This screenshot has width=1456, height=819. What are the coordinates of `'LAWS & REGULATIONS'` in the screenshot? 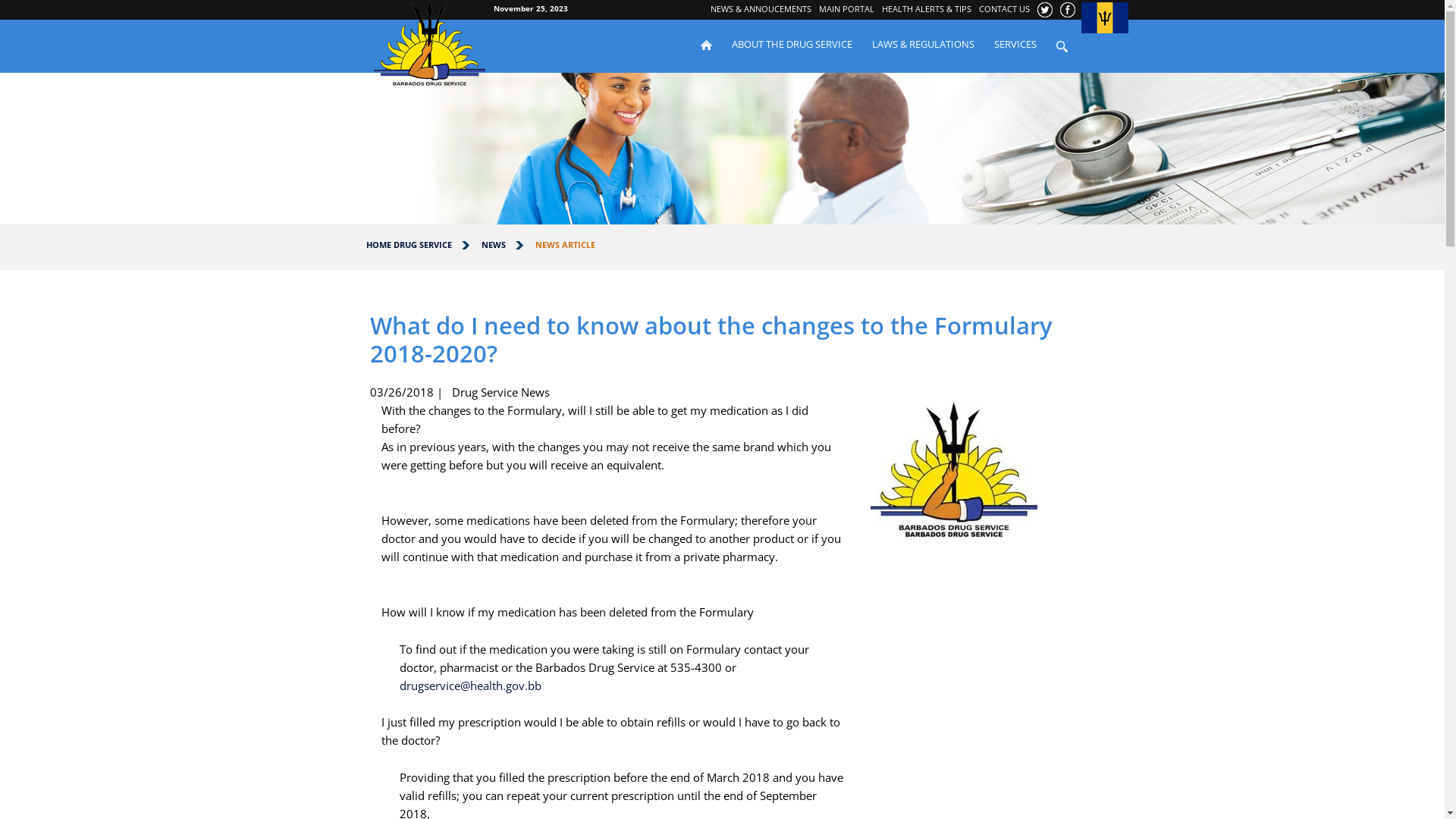 It's located at (921, 42).